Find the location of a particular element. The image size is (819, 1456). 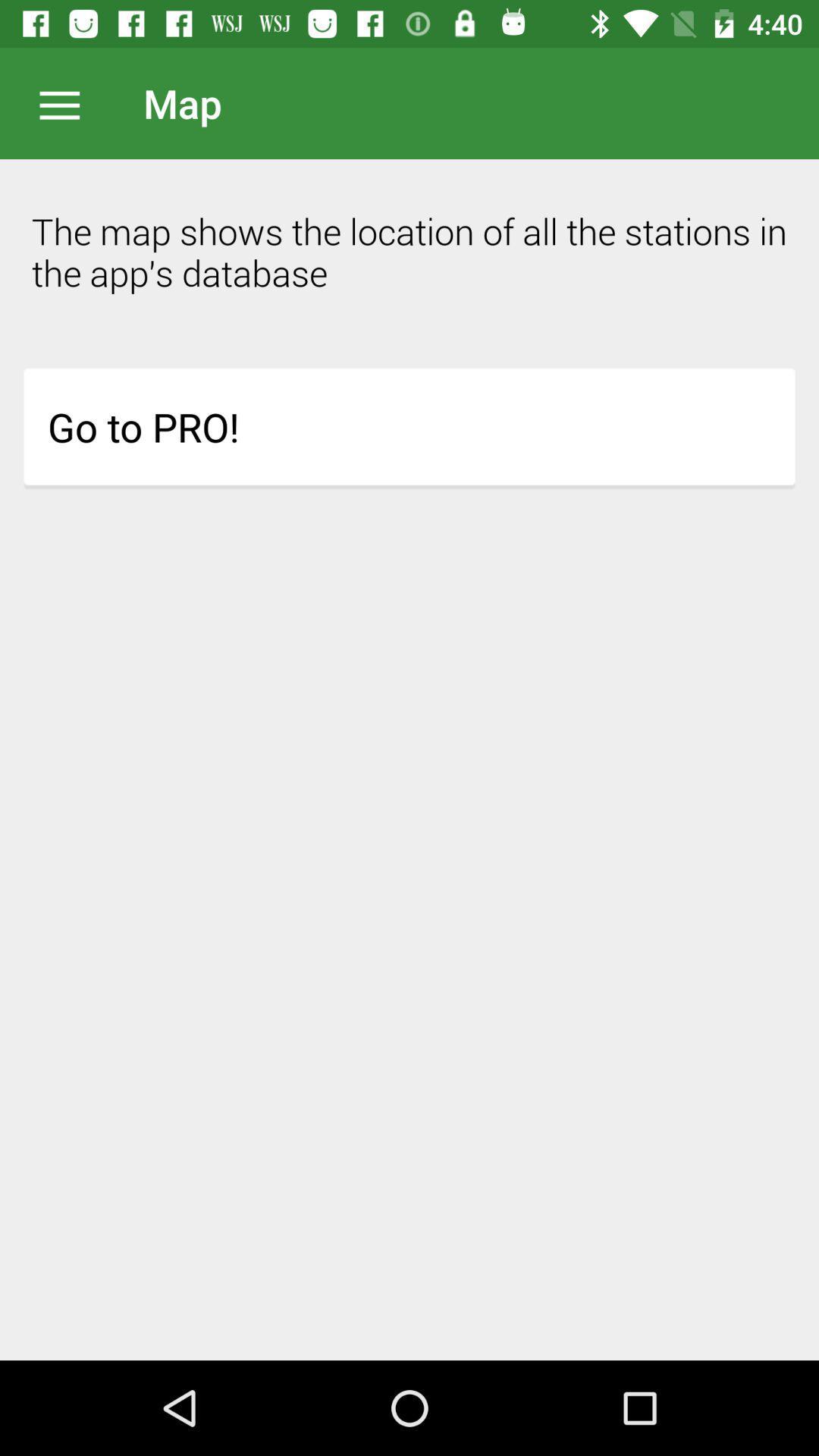

the item next to map item is located at coordinates (67, 102).